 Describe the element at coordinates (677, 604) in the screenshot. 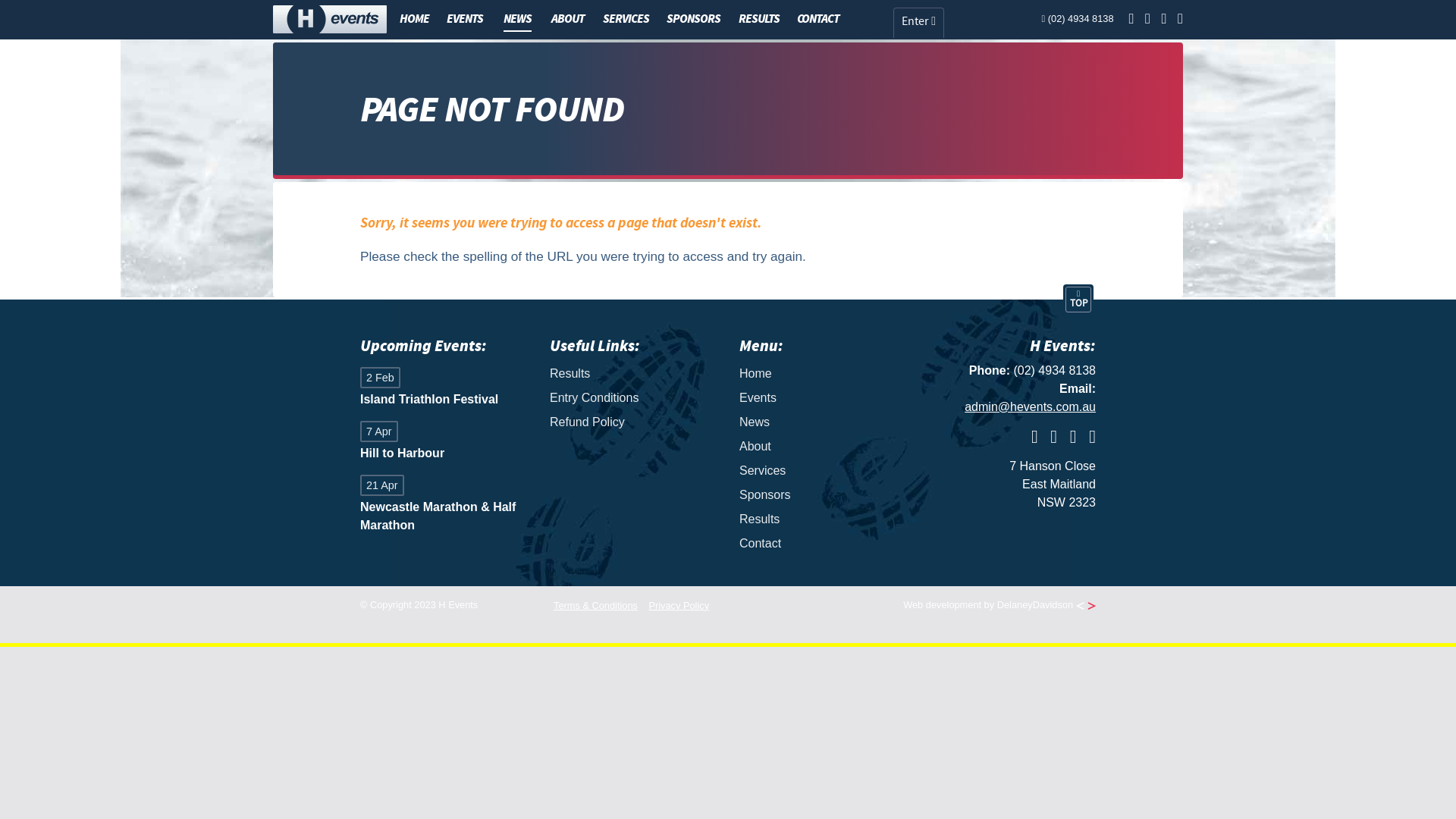

I see `'Privacy Policy'` at that location.